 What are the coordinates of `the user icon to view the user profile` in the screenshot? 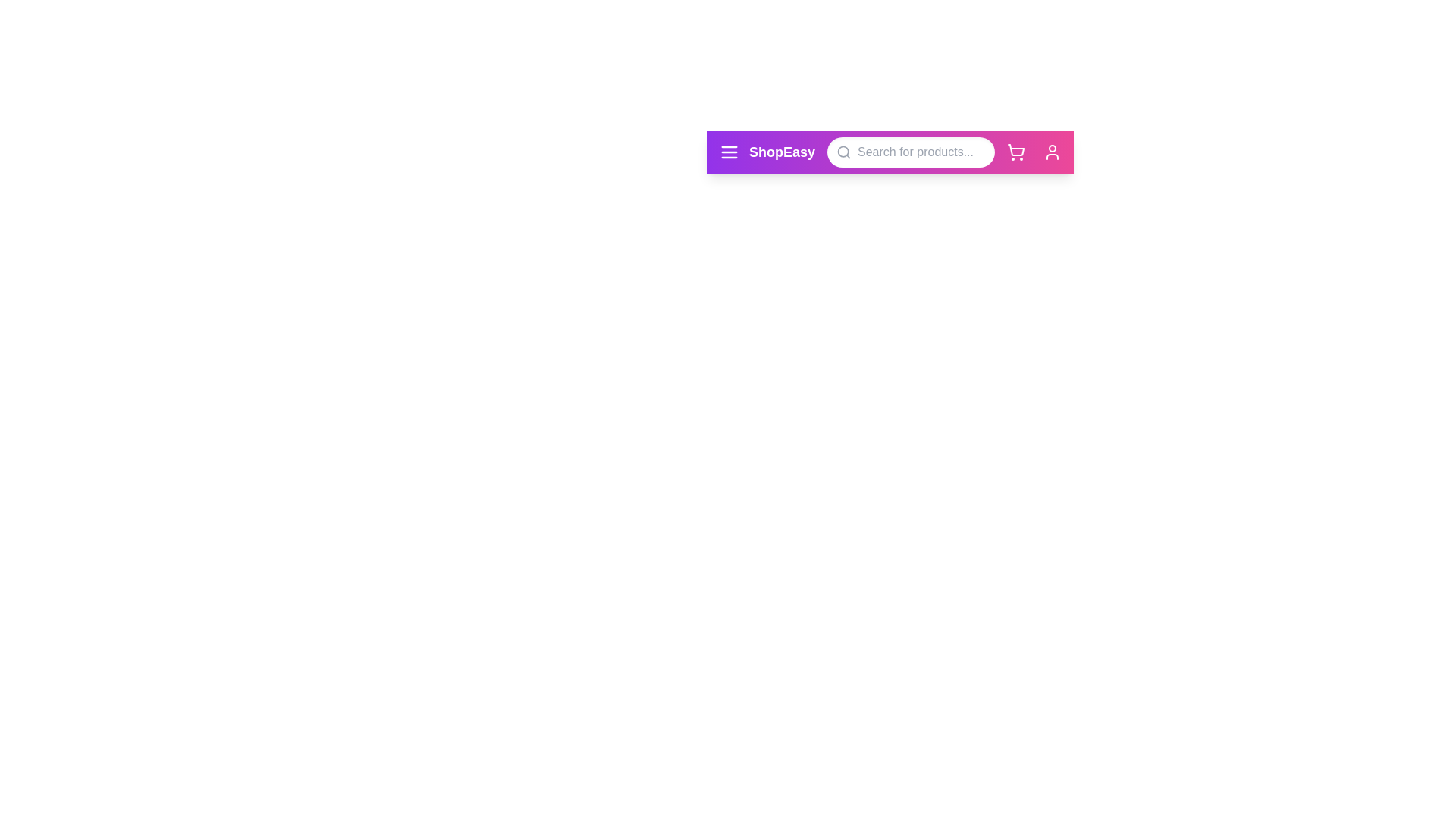 It's located at (1051, 152).